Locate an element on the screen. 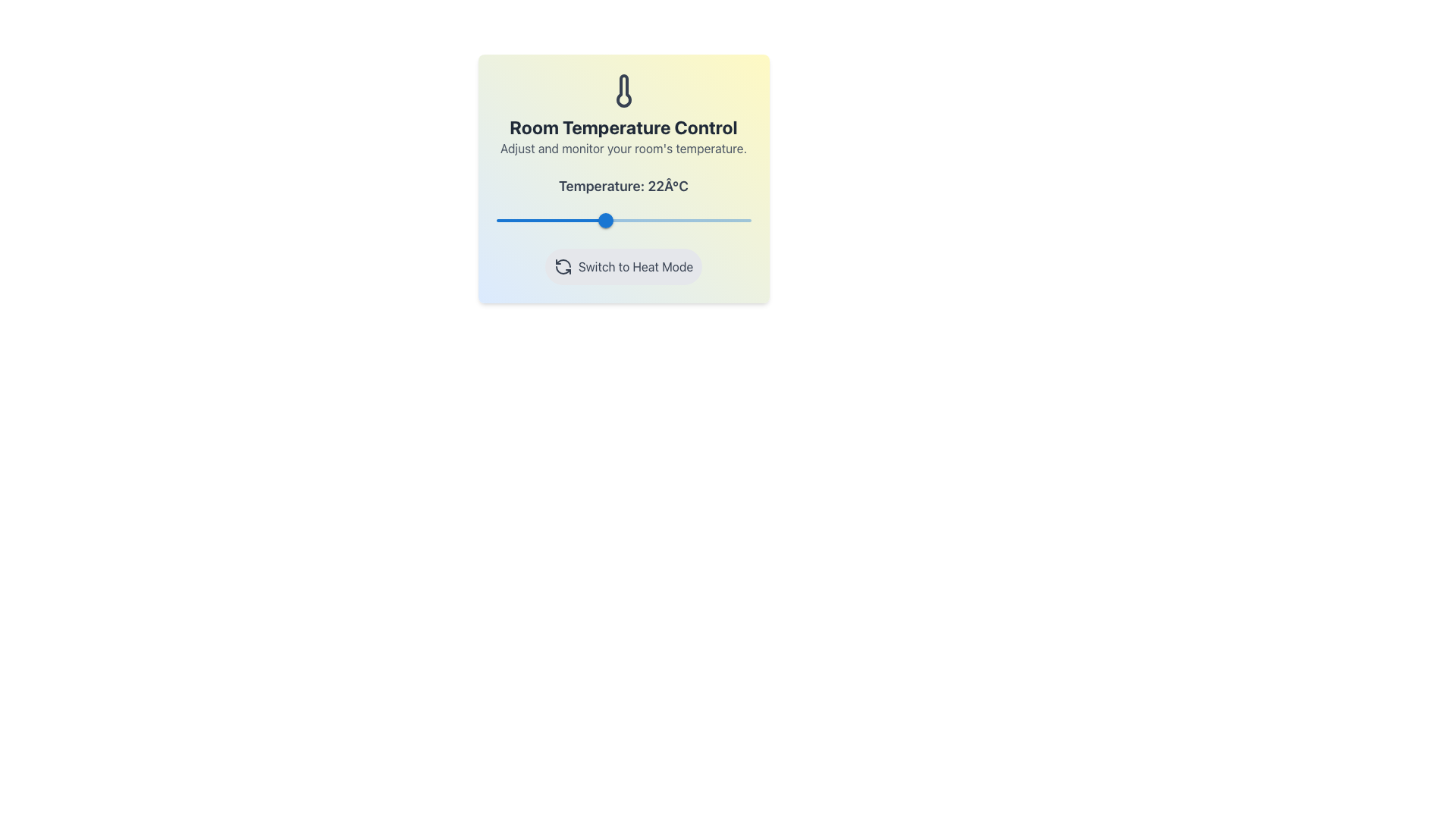 The width and height of the screenshot is (1456, 819). the thermometer icon located at the top-center of the 'Room Temperature Control' card, positioned directly above the text heading is located at coordinates (623, 90).